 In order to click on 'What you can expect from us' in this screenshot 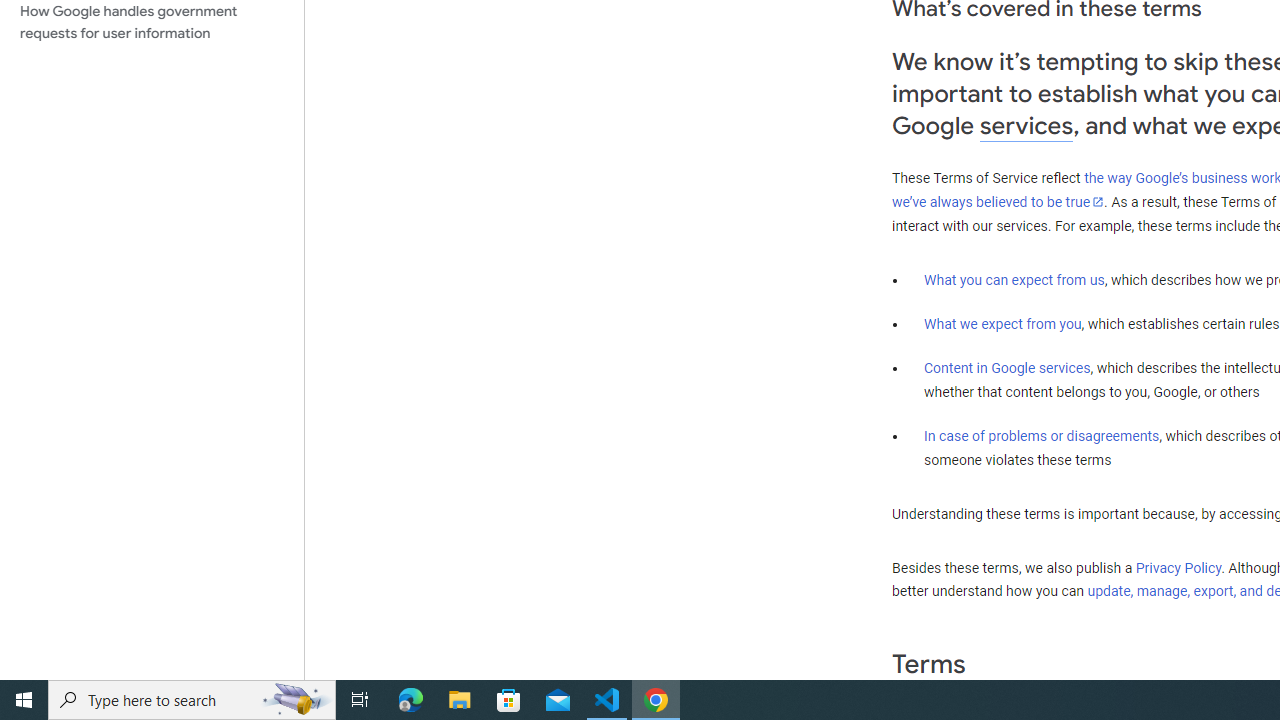, I will do `click(1014, 279)`.